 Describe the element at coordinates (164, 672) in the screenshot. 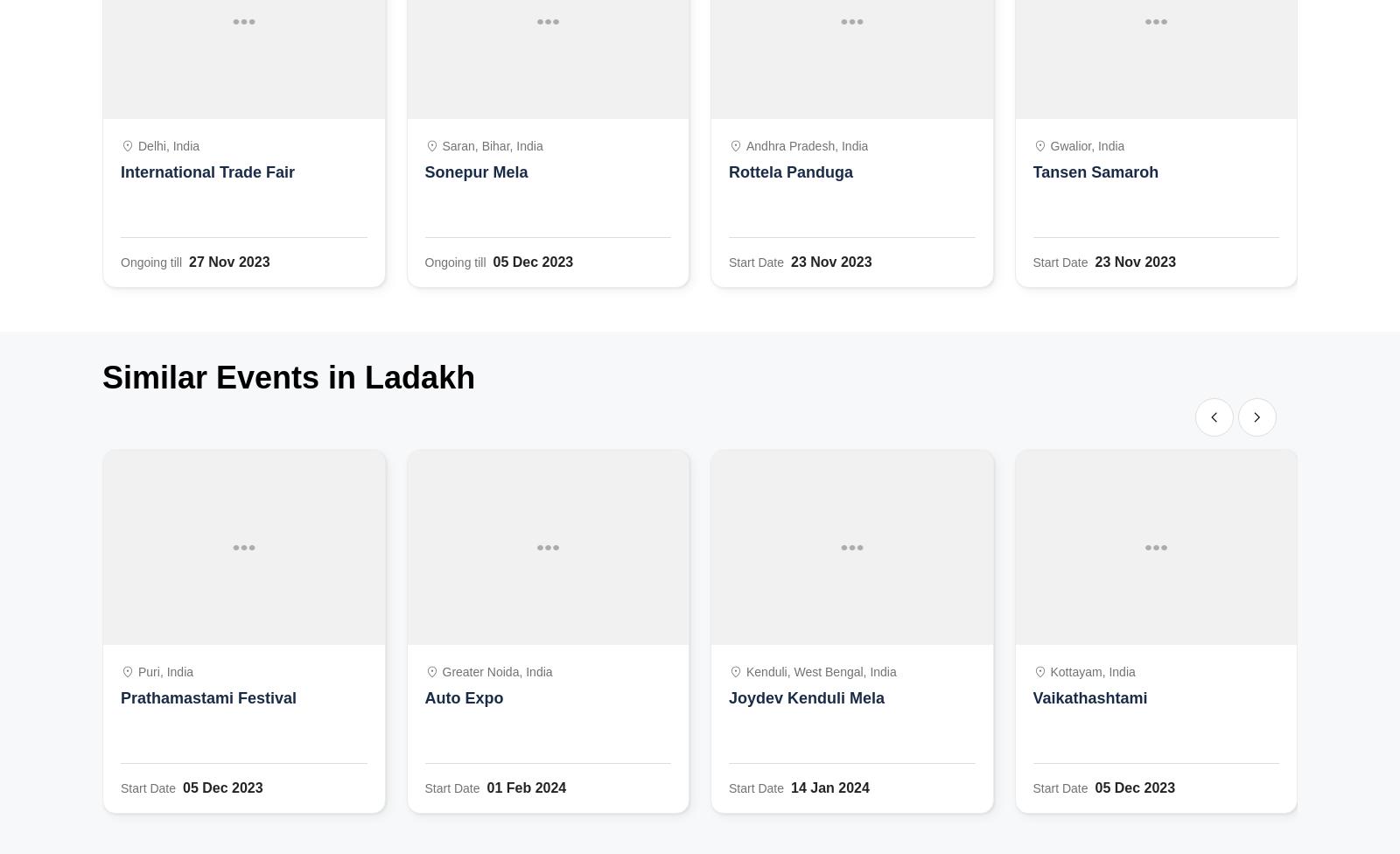

I see `'Puri, India'` at that location.